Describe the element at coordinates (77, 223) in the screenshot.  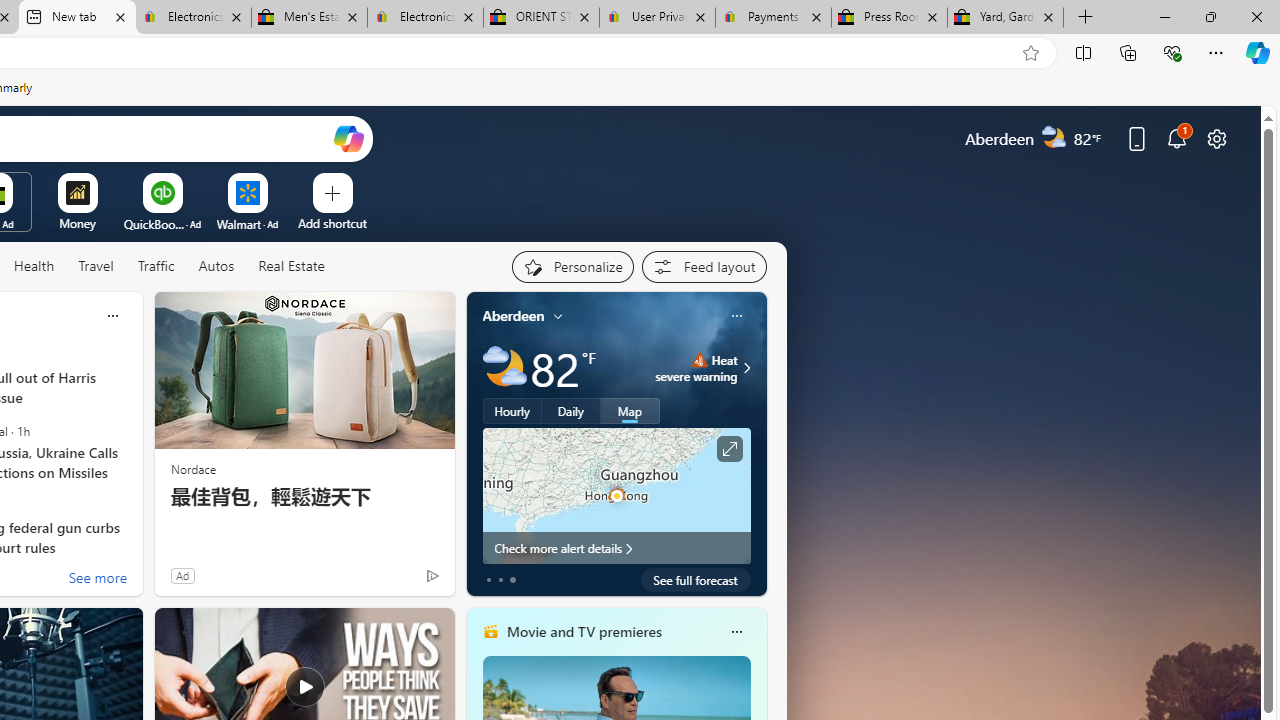
I see `'Money'` at that location.